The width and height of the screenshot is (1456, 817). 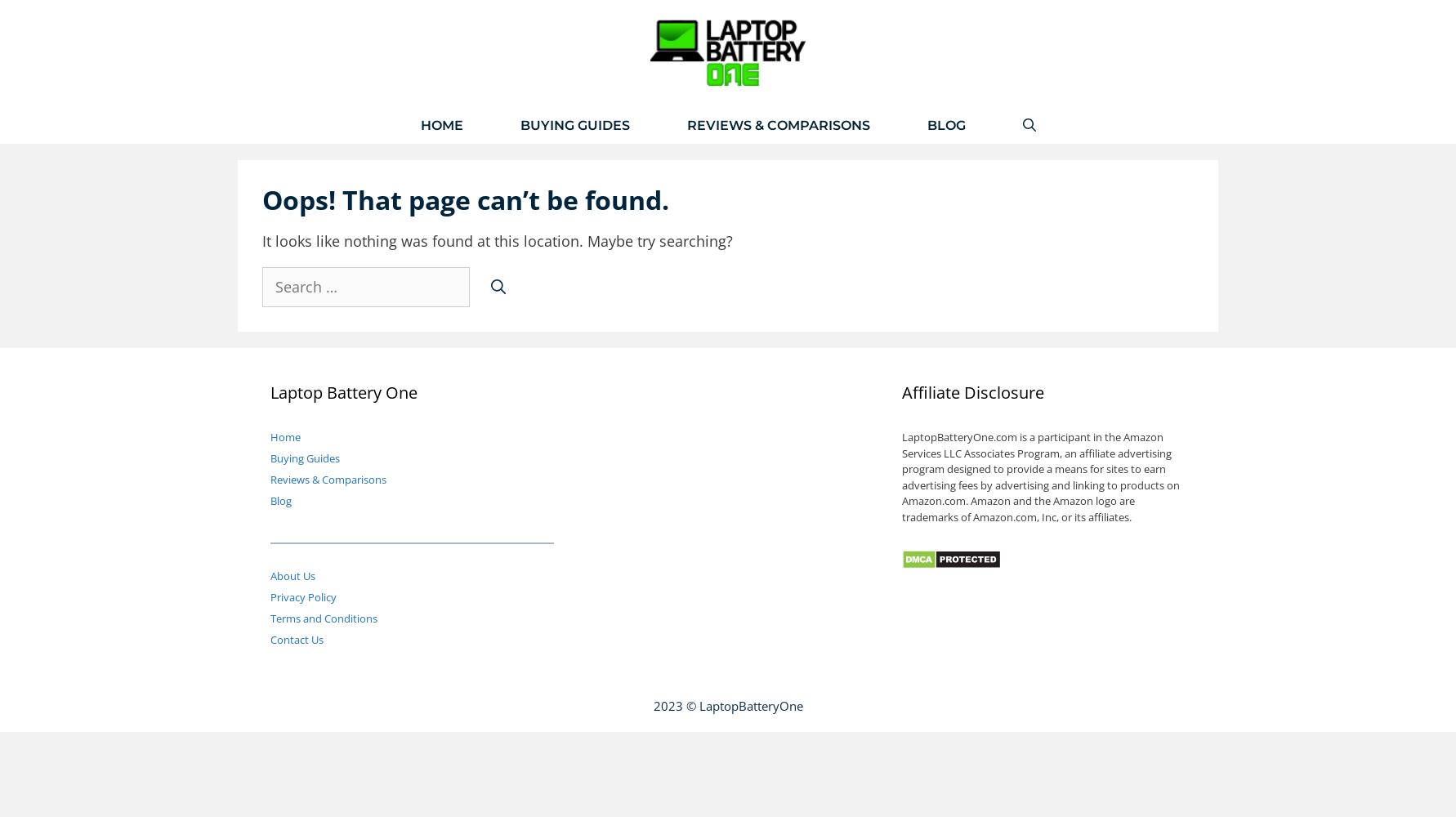 What do you see at coordinates (466, 198) in the screenshot?
I see `'Oops! That page can’t be found.'` at bounding box center [466, 198].